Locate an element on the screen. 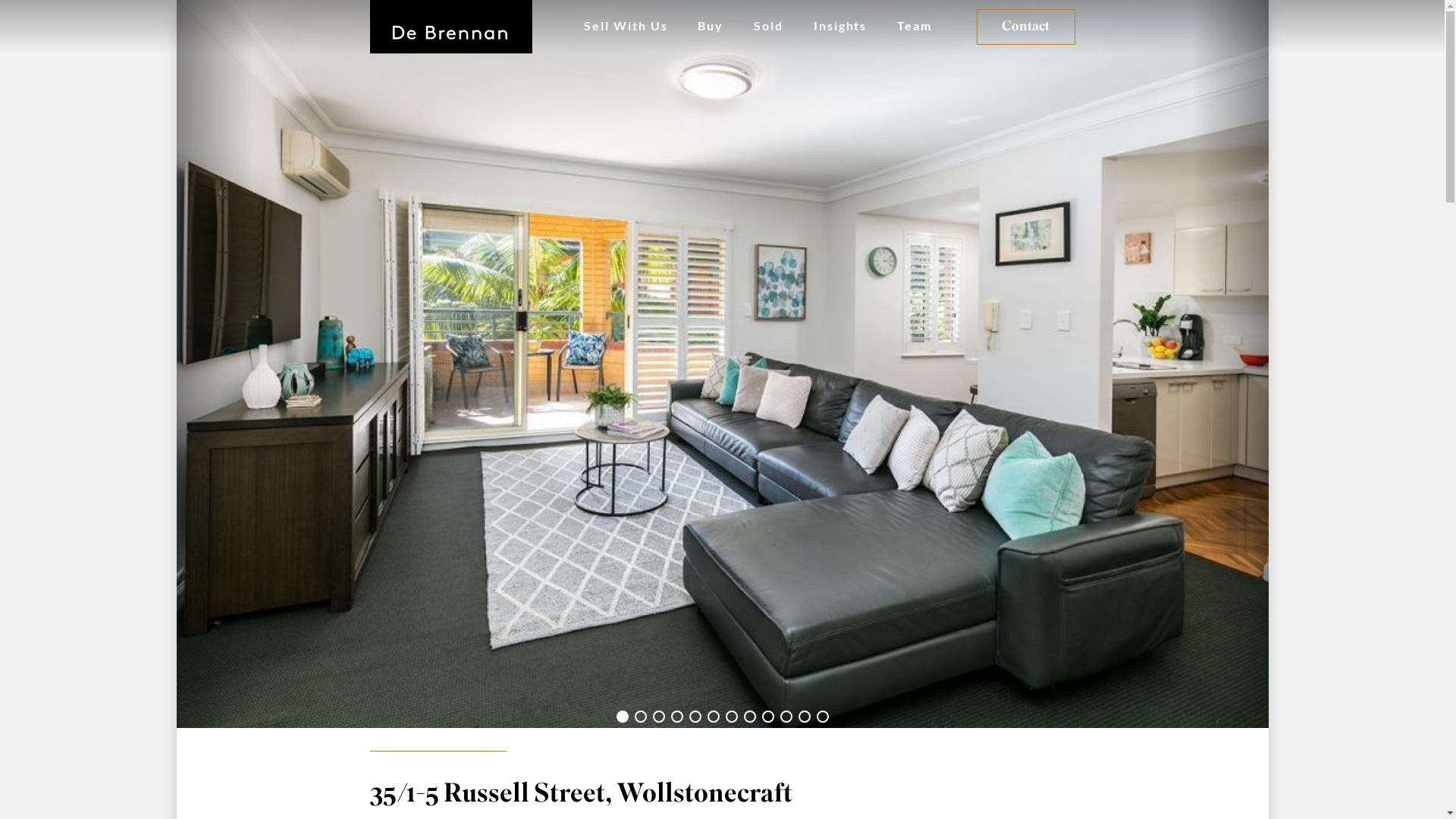  '12' is located at coordinates (821, 717).